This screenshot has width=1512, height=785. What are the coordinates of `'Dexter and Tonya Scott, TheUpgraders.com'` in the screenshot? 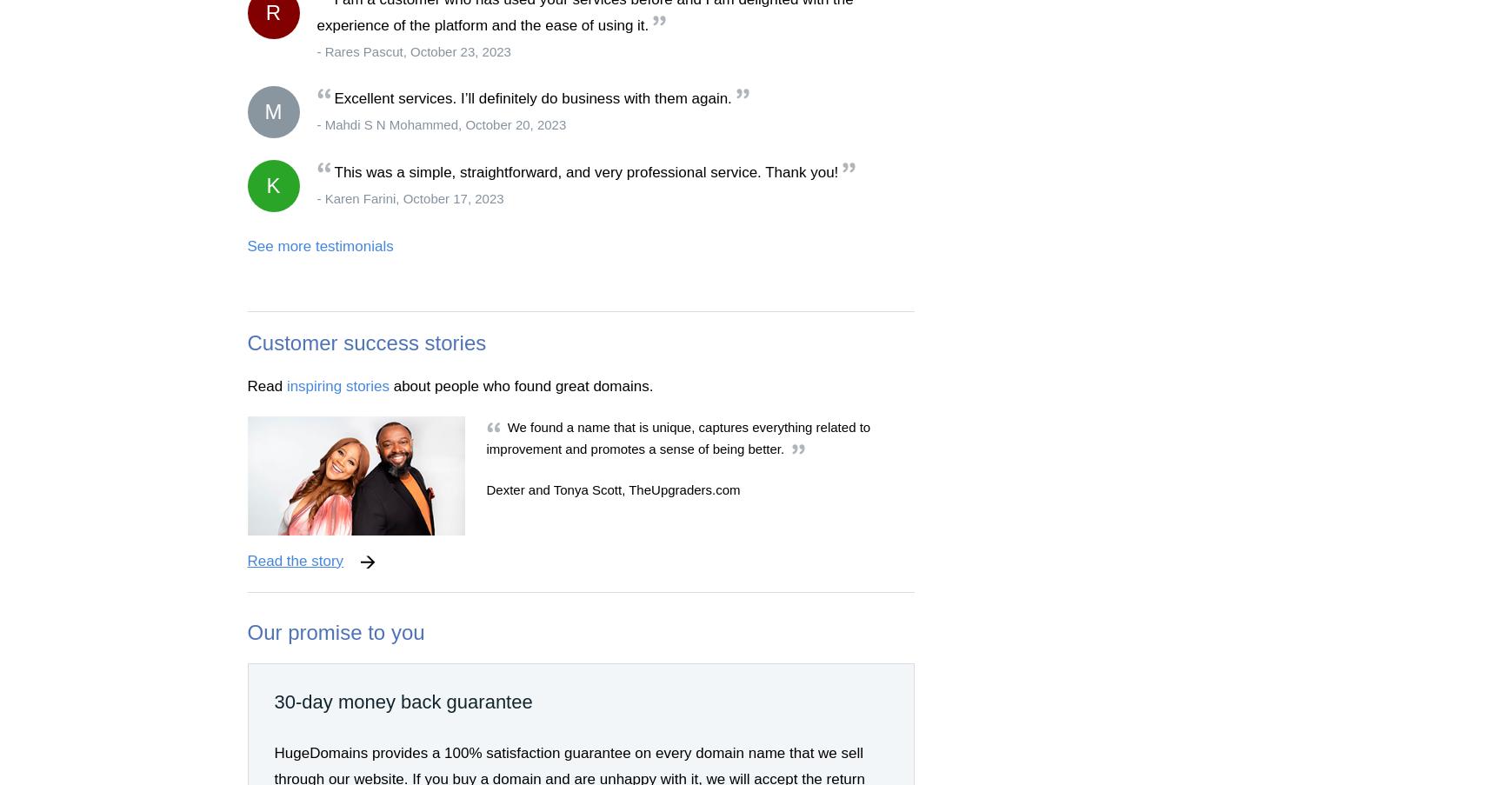 It's located at (611, 489).